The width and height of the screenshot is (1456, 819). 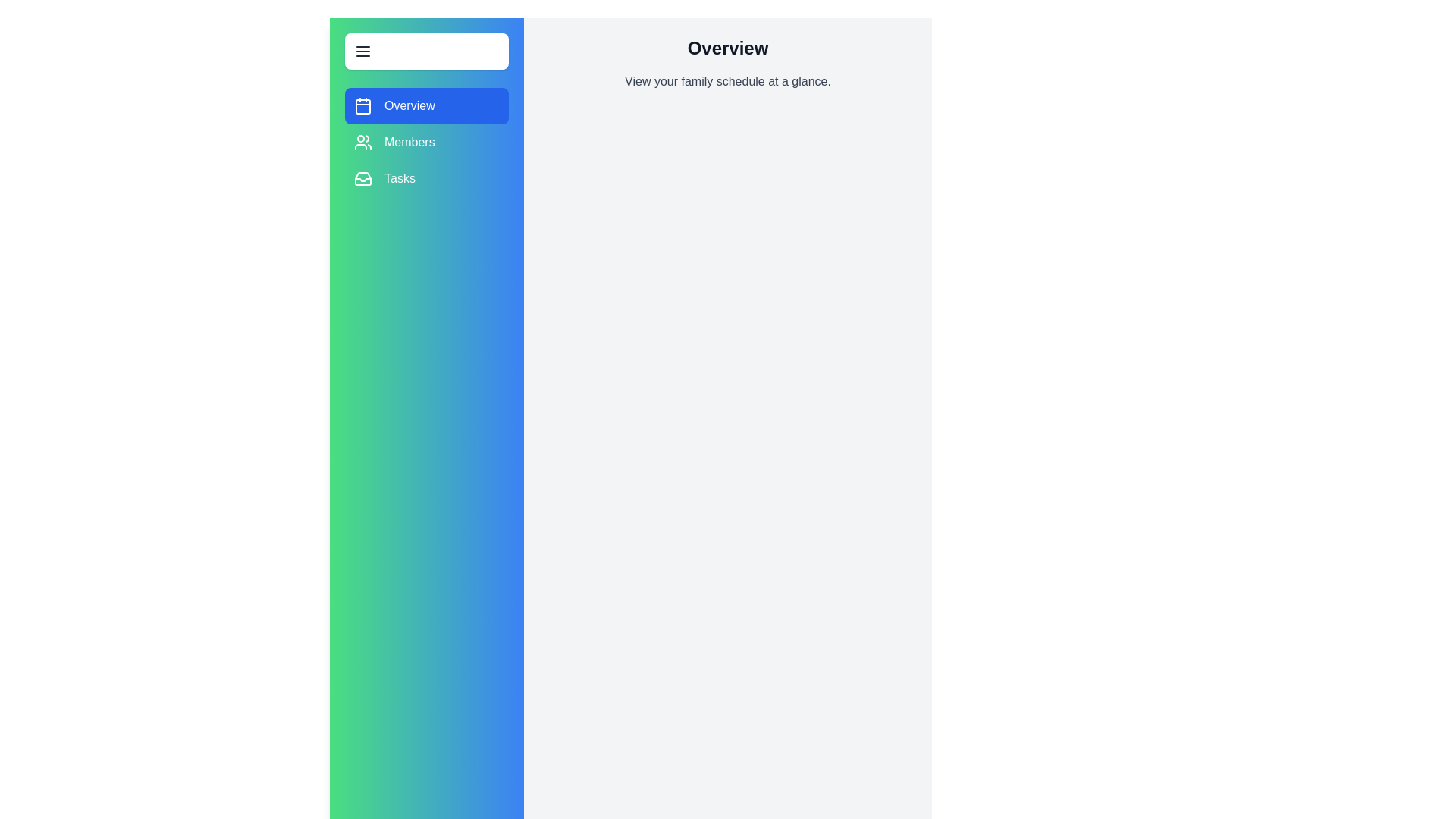 I want to click on the menu toggle button to toggle the side menu visibility, so click(x=425, y=51).